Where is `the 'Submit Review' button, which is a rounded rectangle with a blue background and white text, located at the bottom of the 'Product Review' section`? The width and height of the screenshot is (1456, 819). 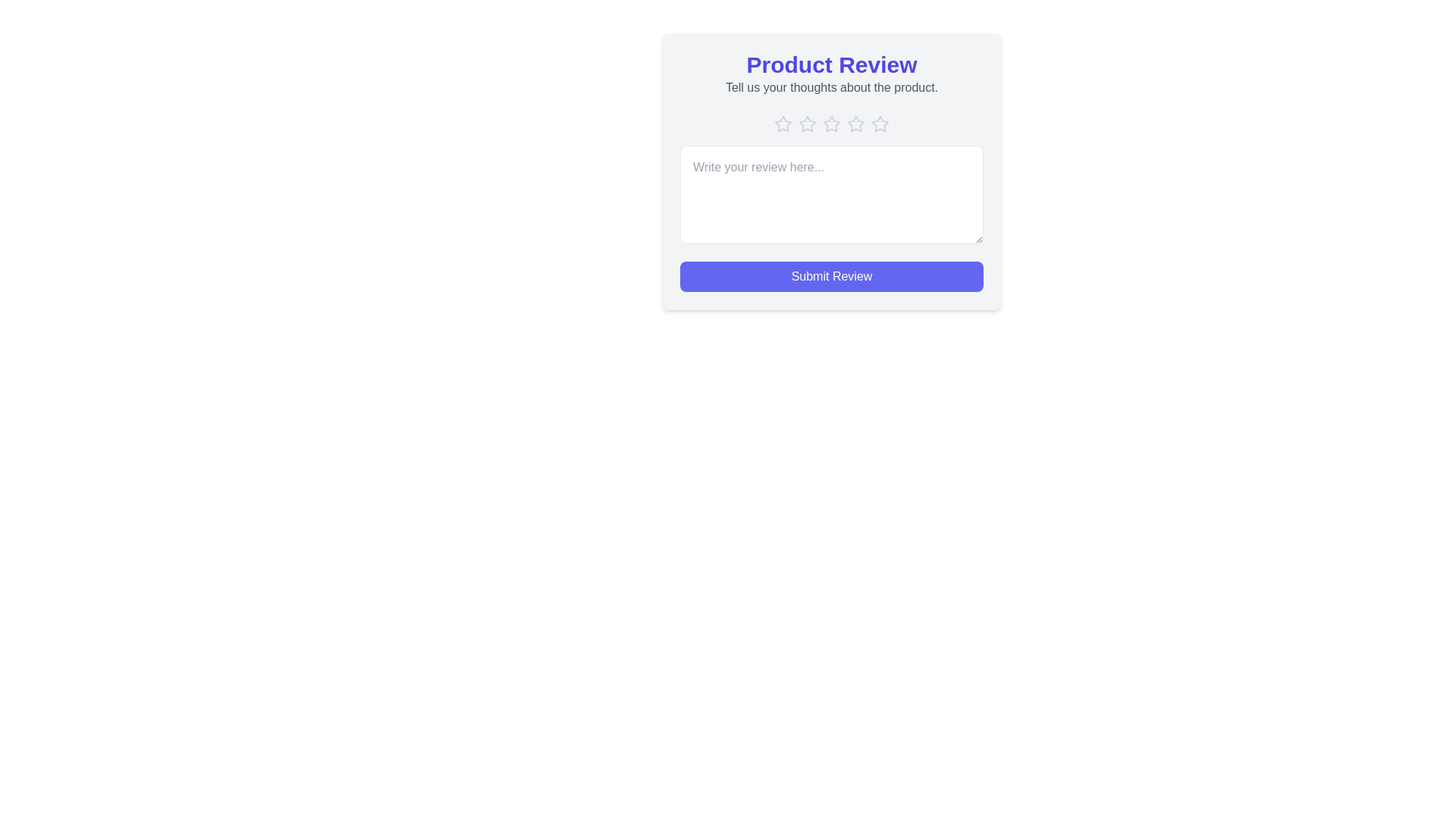
the 'Submit Review' button, which is a rounded rectangle with a blue background and white text, located at the bottom of the 'Product Review' section is located at coordinates (831, 277).